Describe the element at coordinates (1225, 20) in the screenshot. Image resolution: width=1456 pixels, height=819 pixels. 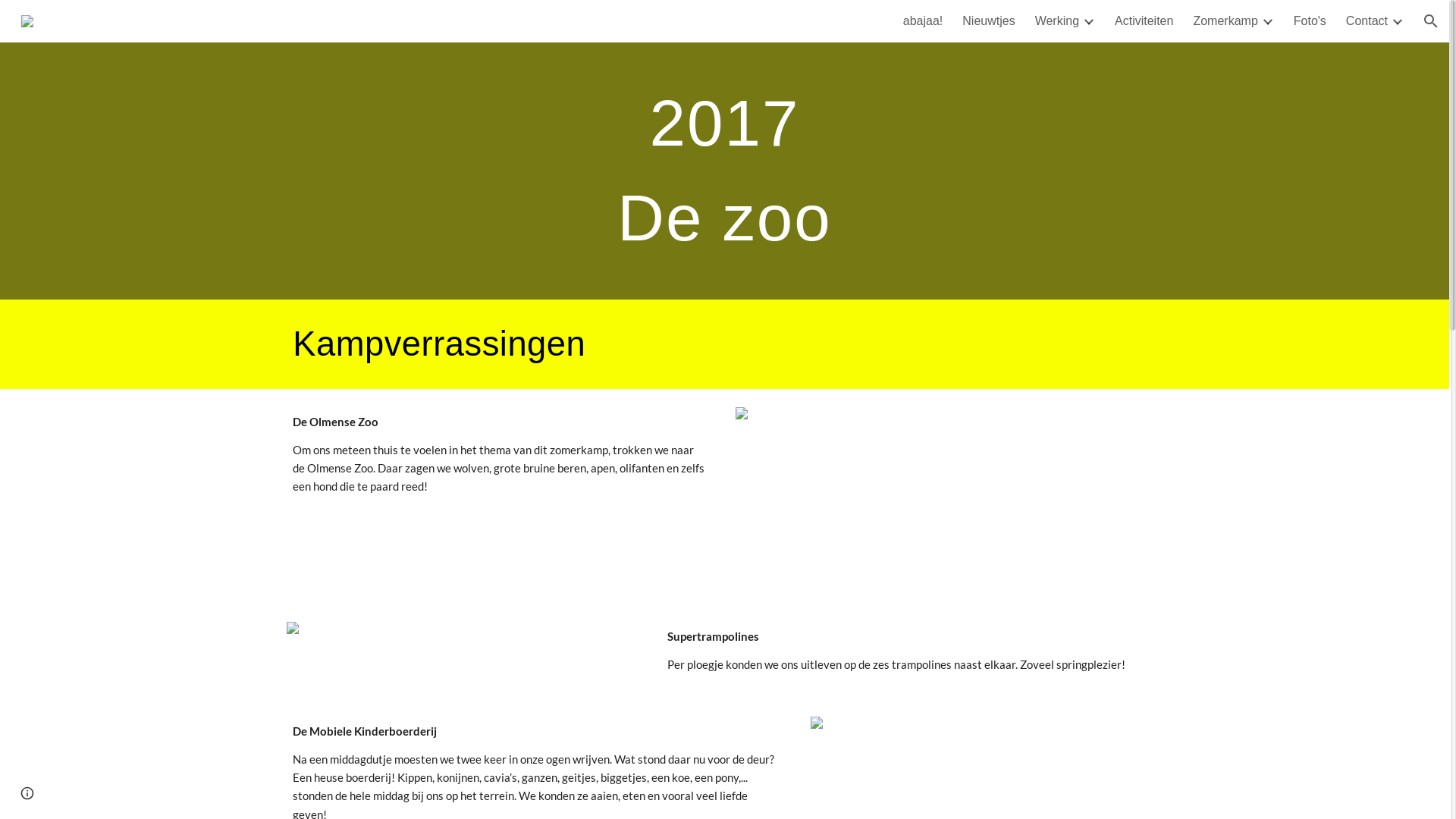
I see `'Zomerkamp'` at that location.